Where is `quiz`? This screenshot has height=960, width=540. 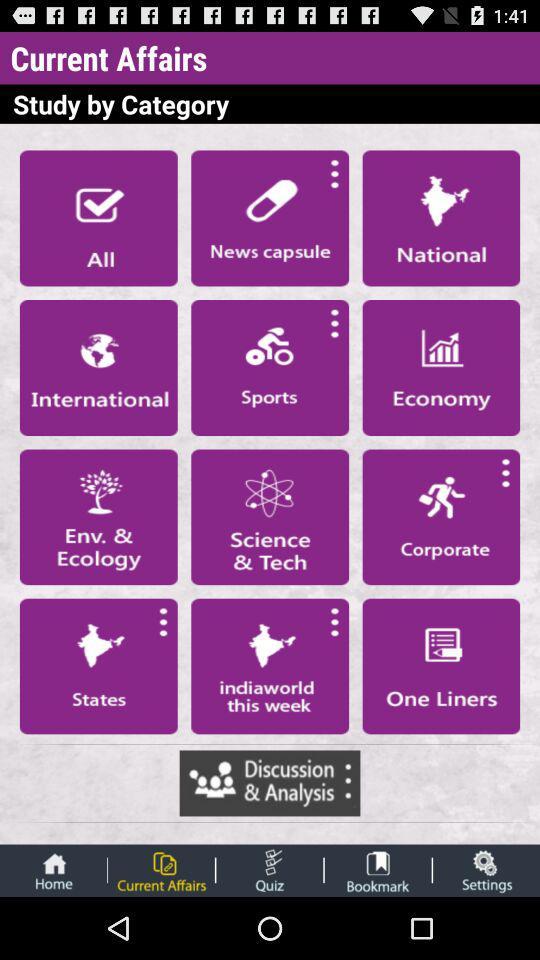 quiz is located at coordinates (269, 869).